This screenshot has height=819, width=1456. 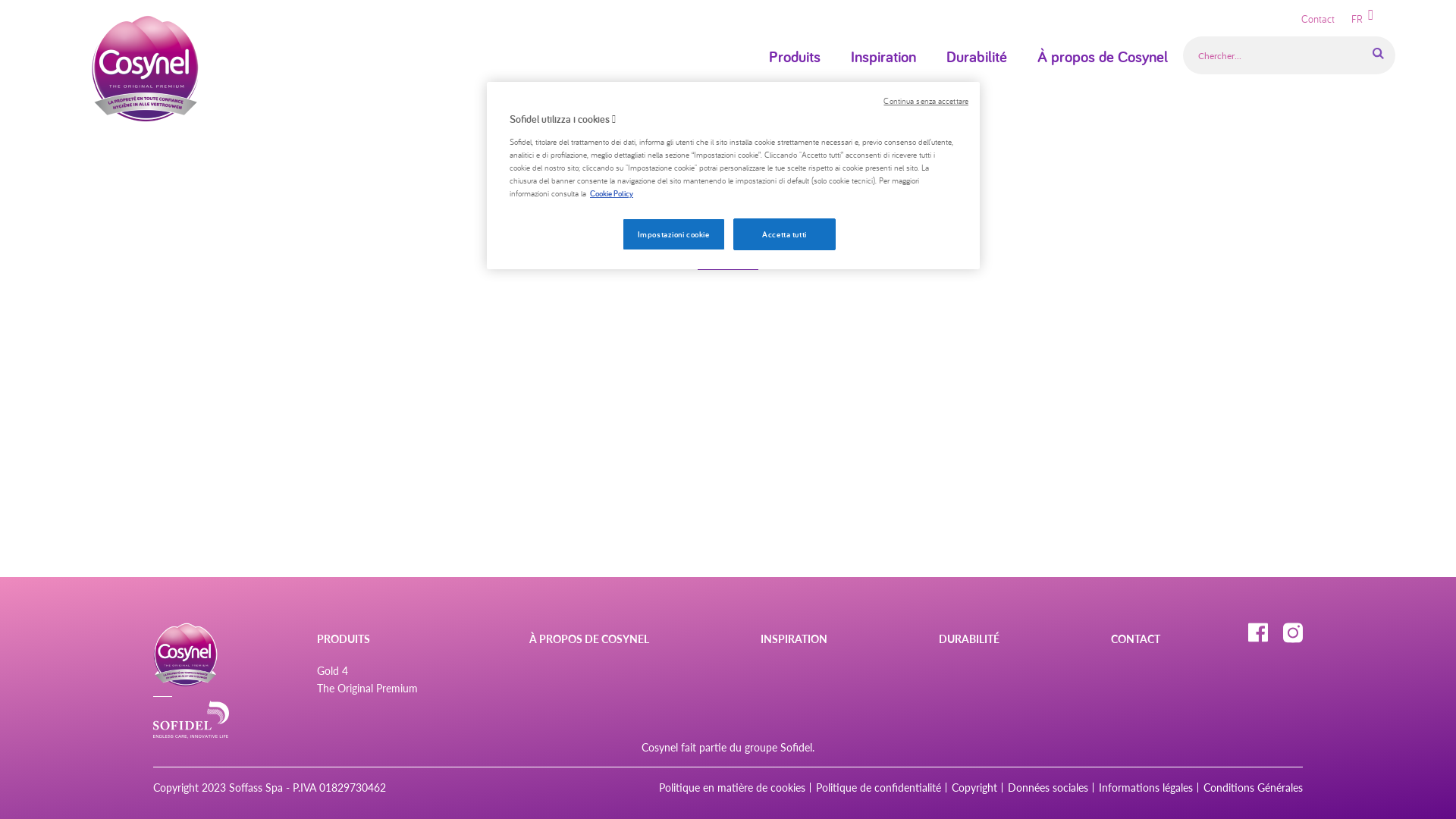 I want to click on 'Copyright', so click(x=974, y=786).